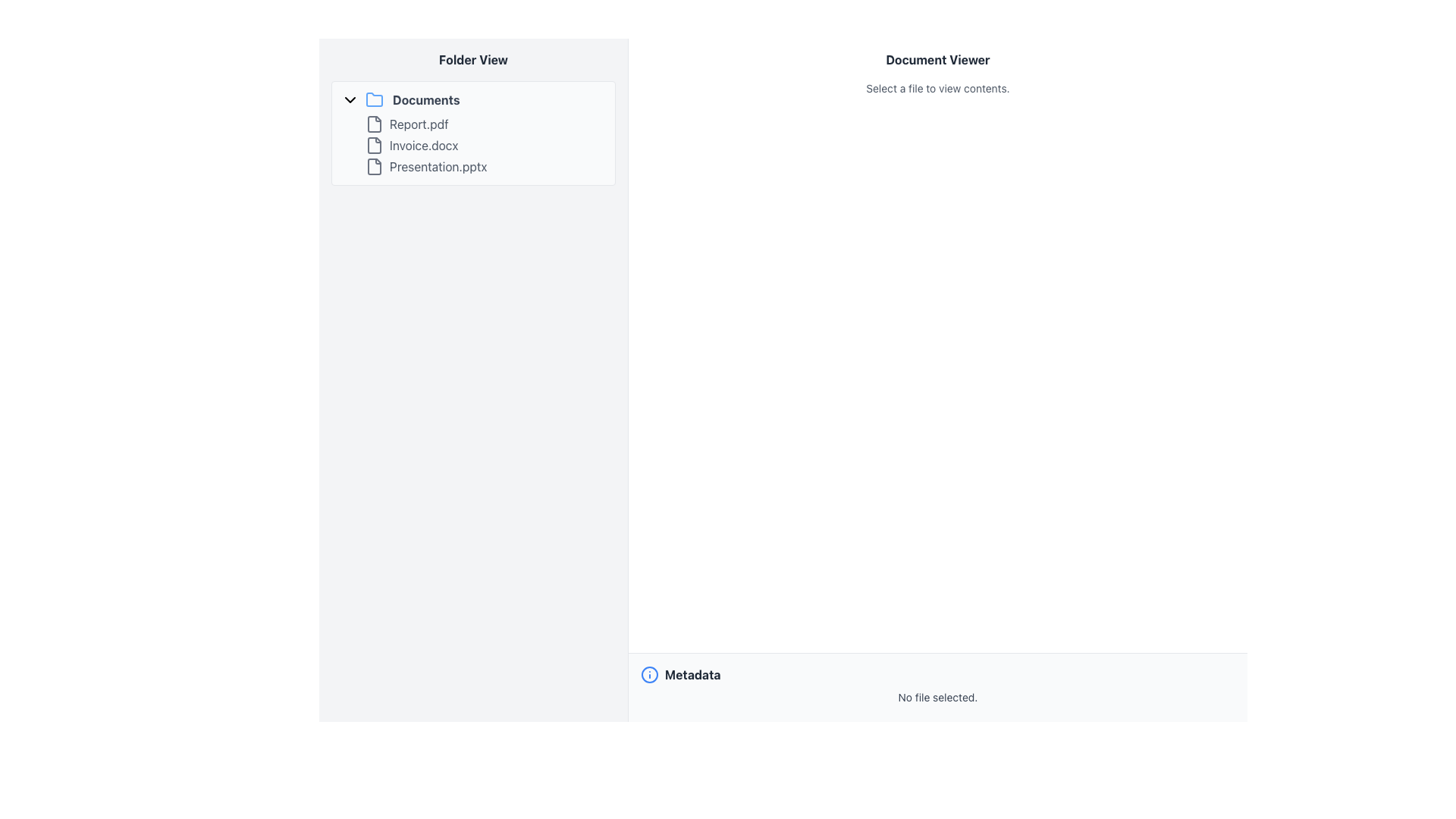  I want to click on the first item in the 'Folder View' panel, so click(485, 124).